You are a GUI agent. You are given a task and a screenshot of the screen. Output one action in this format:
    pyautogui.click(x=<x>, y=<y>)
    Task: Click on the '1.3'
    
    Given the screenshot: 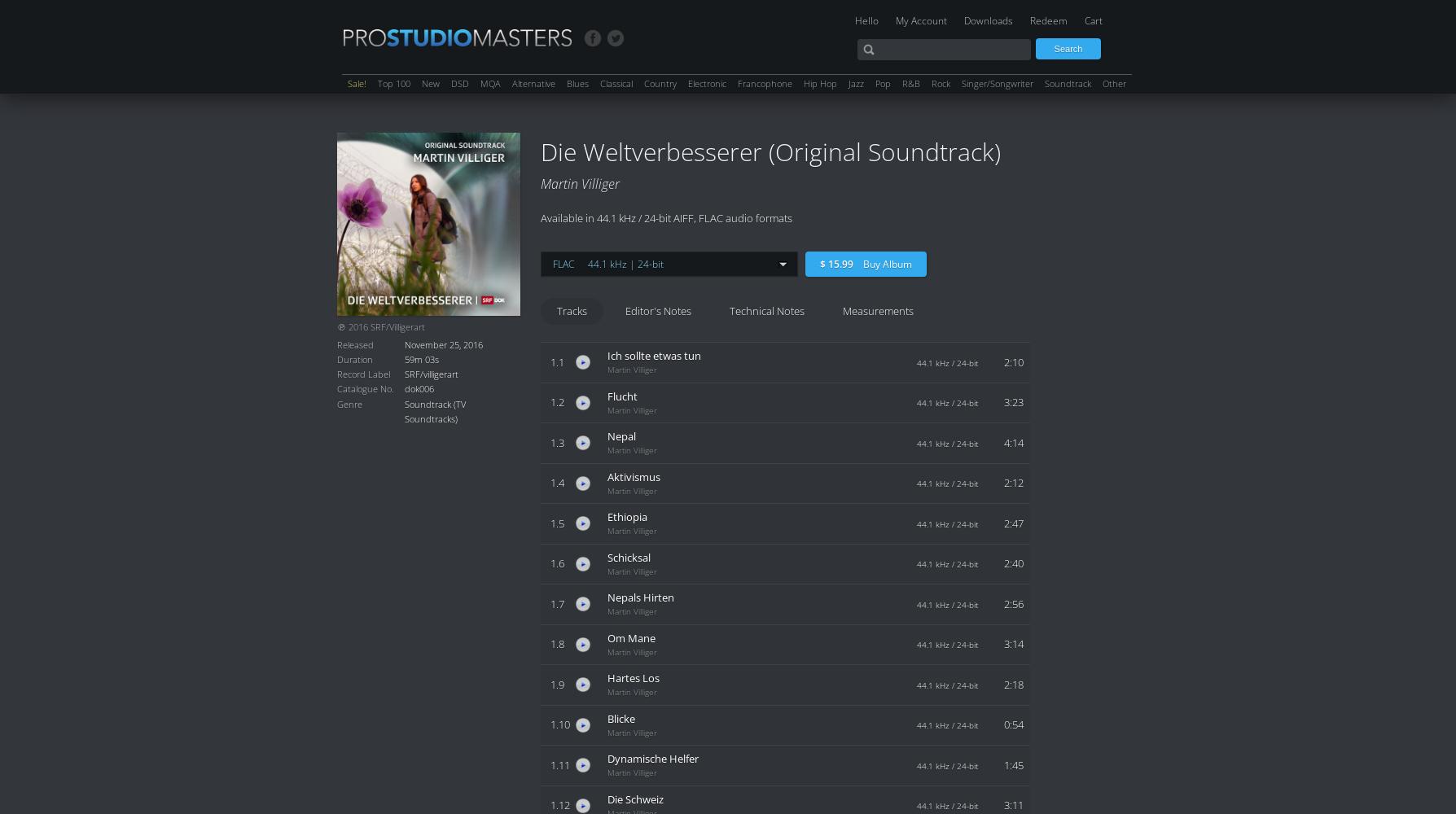 What is the action you would take?
    pyautogui.click(x=556, y=442)
    